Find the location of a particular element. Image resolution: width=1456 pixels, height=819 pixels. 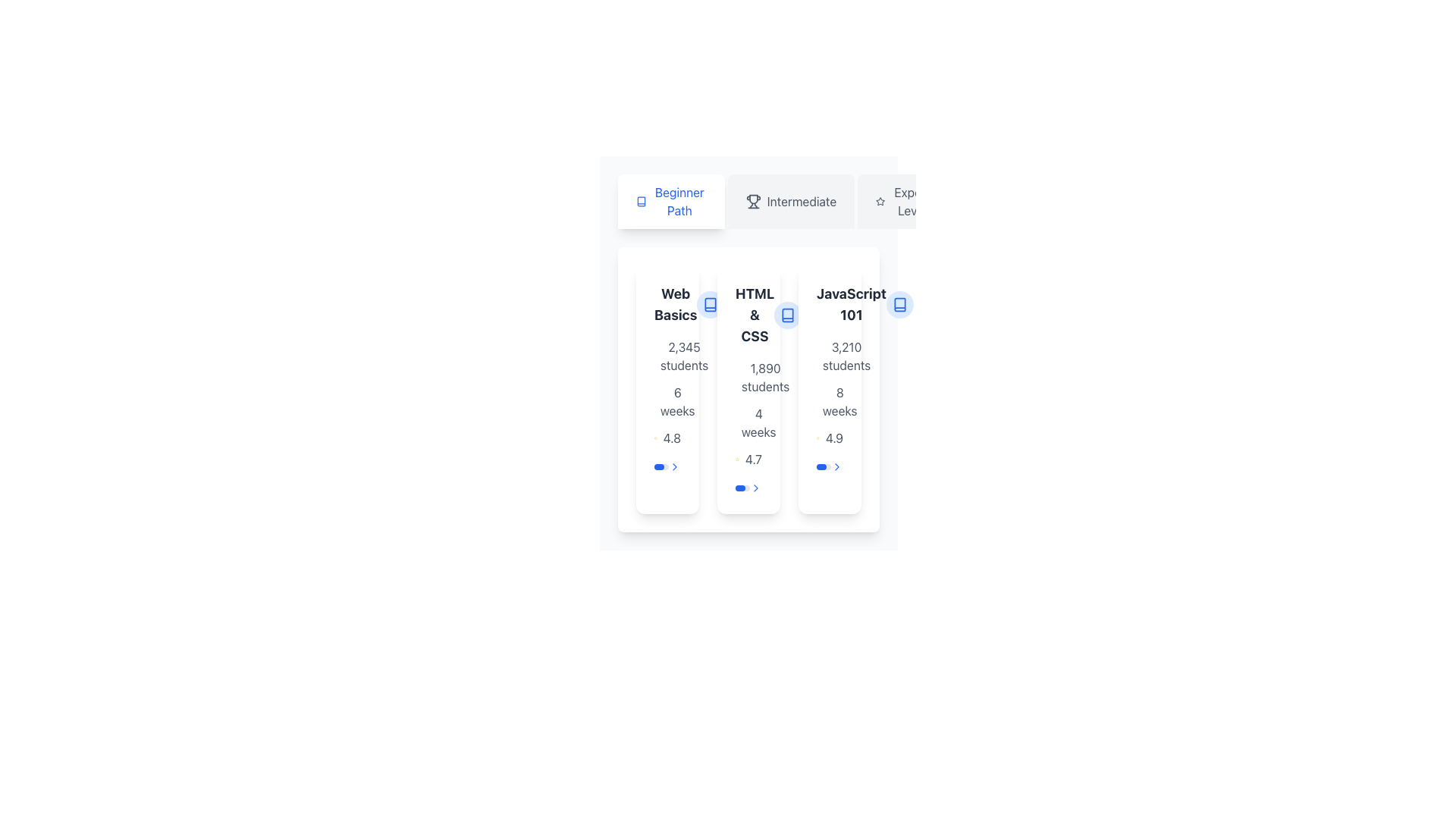

displayed number '2,345 students' from the text and icon label with a gray user icon, positioned in the 'Web Basics' card, above the '6 weeks' label is located at coordinates (667, 356).